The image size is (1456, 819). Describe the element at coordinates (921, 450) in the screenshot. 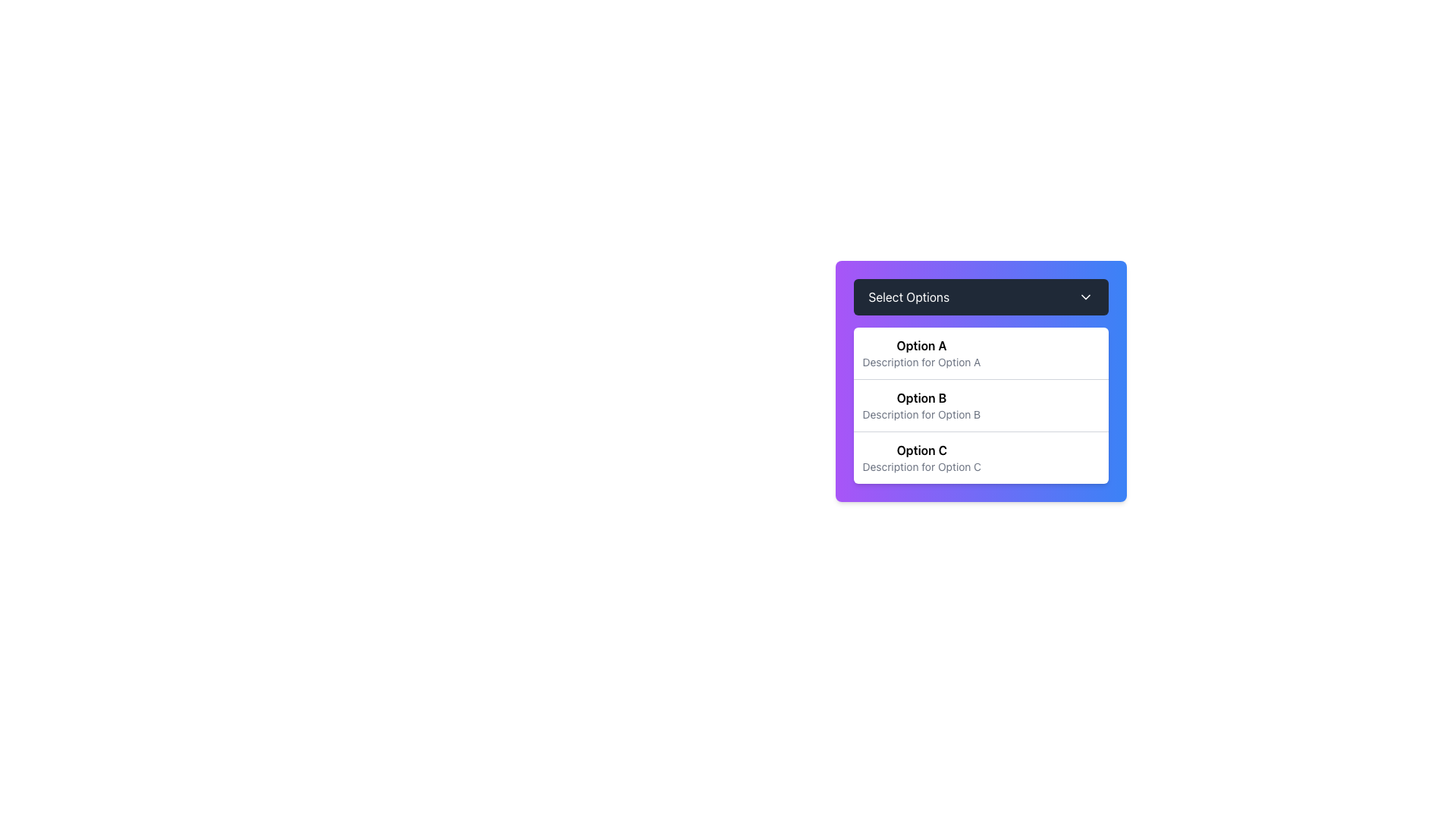

I see `the static text label reading 'Option C' within the dropdown menu interface` at that location.